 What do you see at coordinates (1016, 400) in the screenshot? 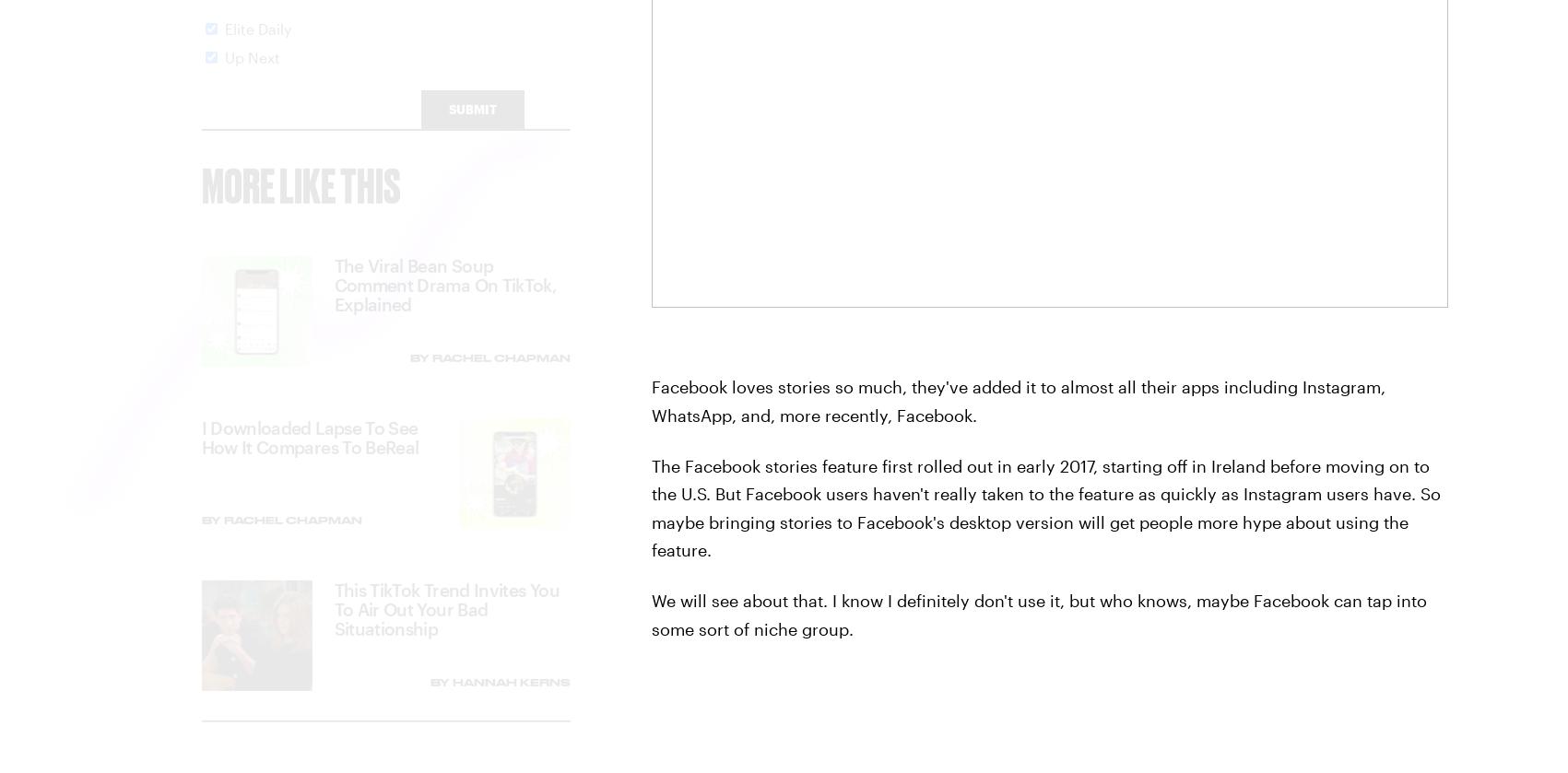
I see `'Facebook loves stories so much, they've added it to almost all their apps including Instagram, WhatsApp, and, more recently, Facebook.'` at bounding box center [1016, 400].